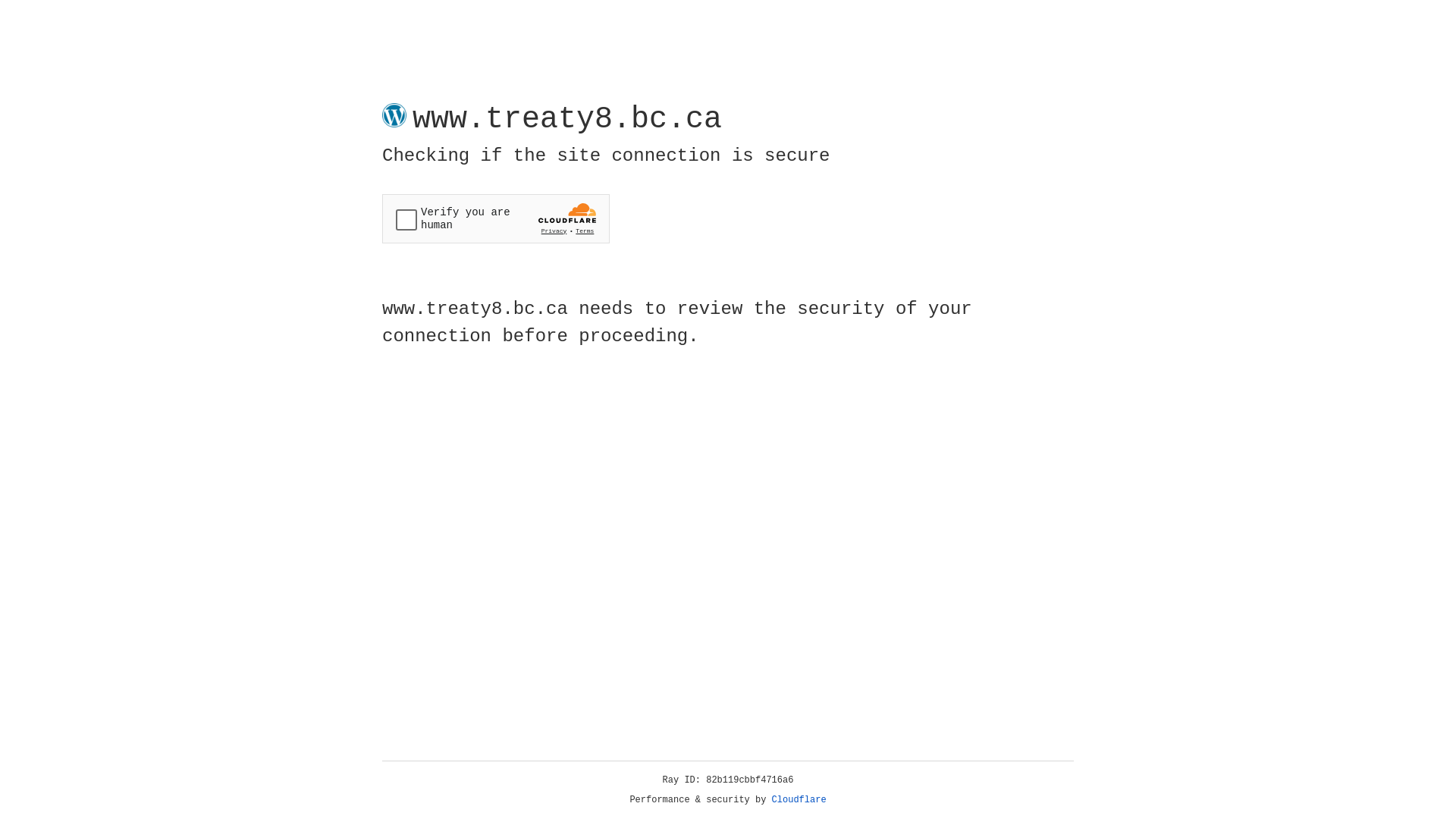  What do you see at coordinates (495, 218) in the screenshot?
I see `'Widget containing a Cloudflare security challenge'` at bounding box center [495, 218].